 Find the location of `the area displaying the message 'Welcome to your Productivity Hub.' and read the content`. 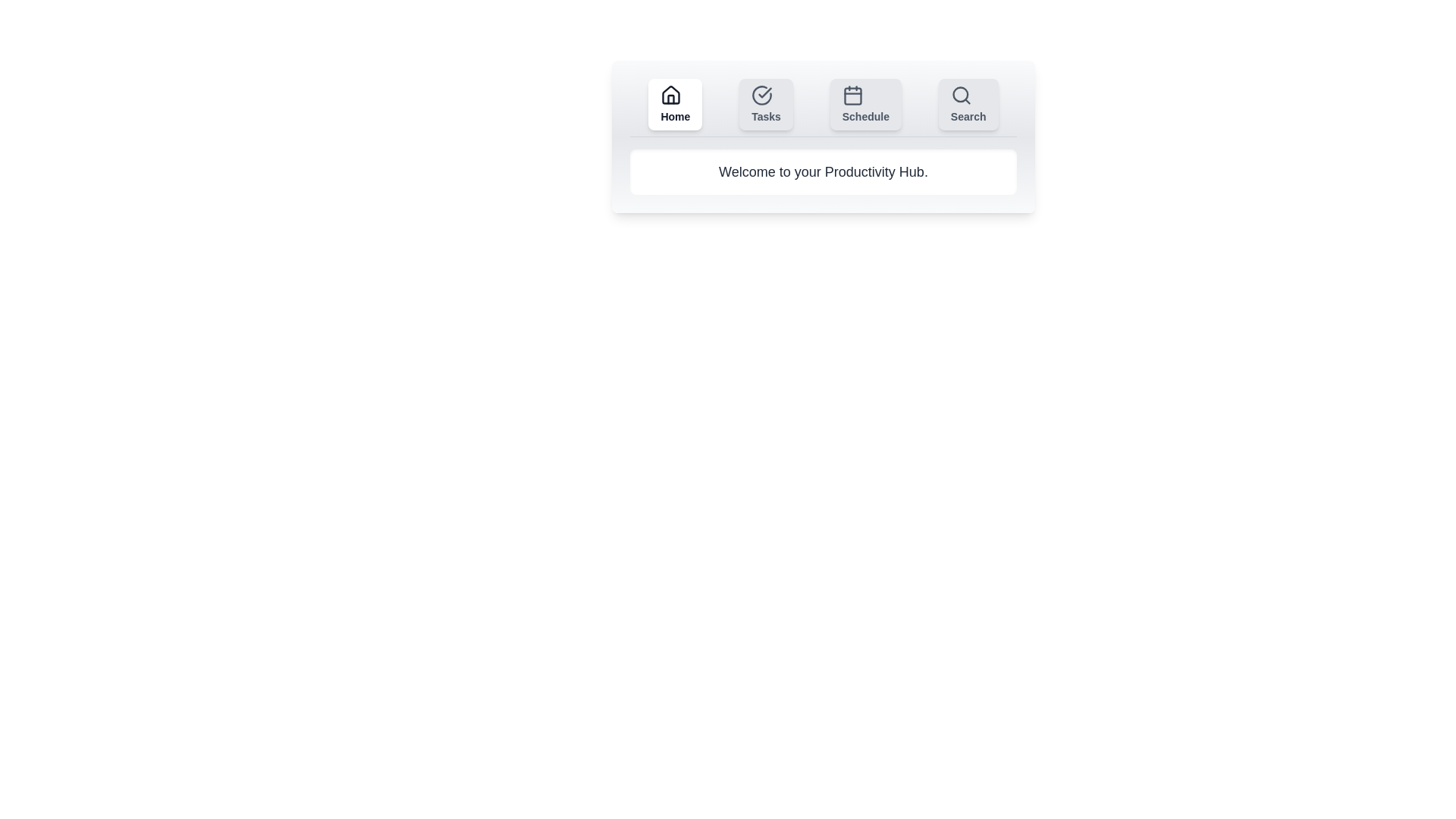

the area displaying the message 'Welcome to your Productivity Hub.' and read the content is located at coordinates (822, 171).